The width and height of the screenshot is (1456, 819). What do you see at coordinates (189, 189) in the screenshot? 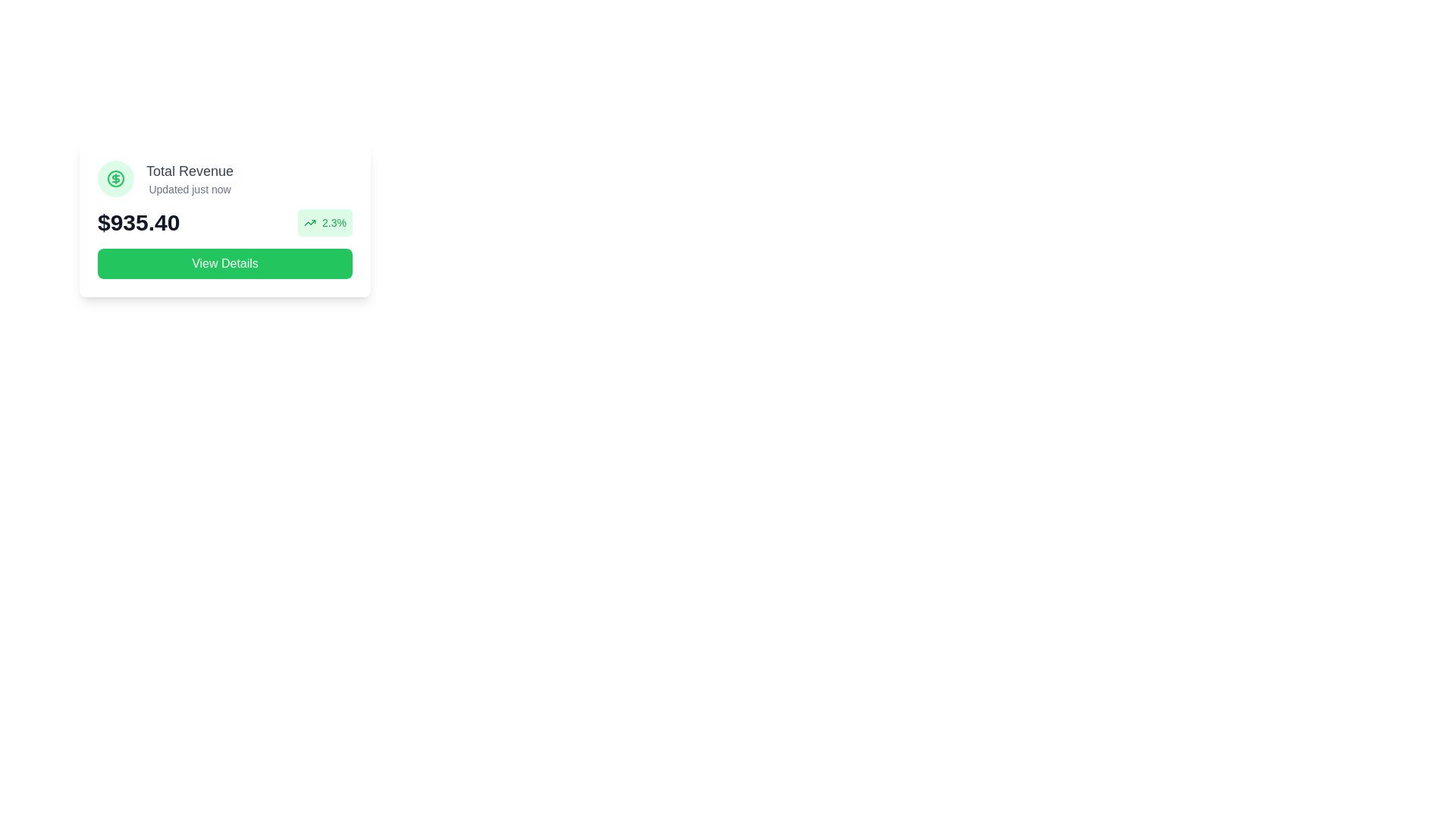
I see `the text label displaying 'Updated just now', which is styled with a small gray font and located below the 'Total Revenue' heading` at bounding box center [189, 189].